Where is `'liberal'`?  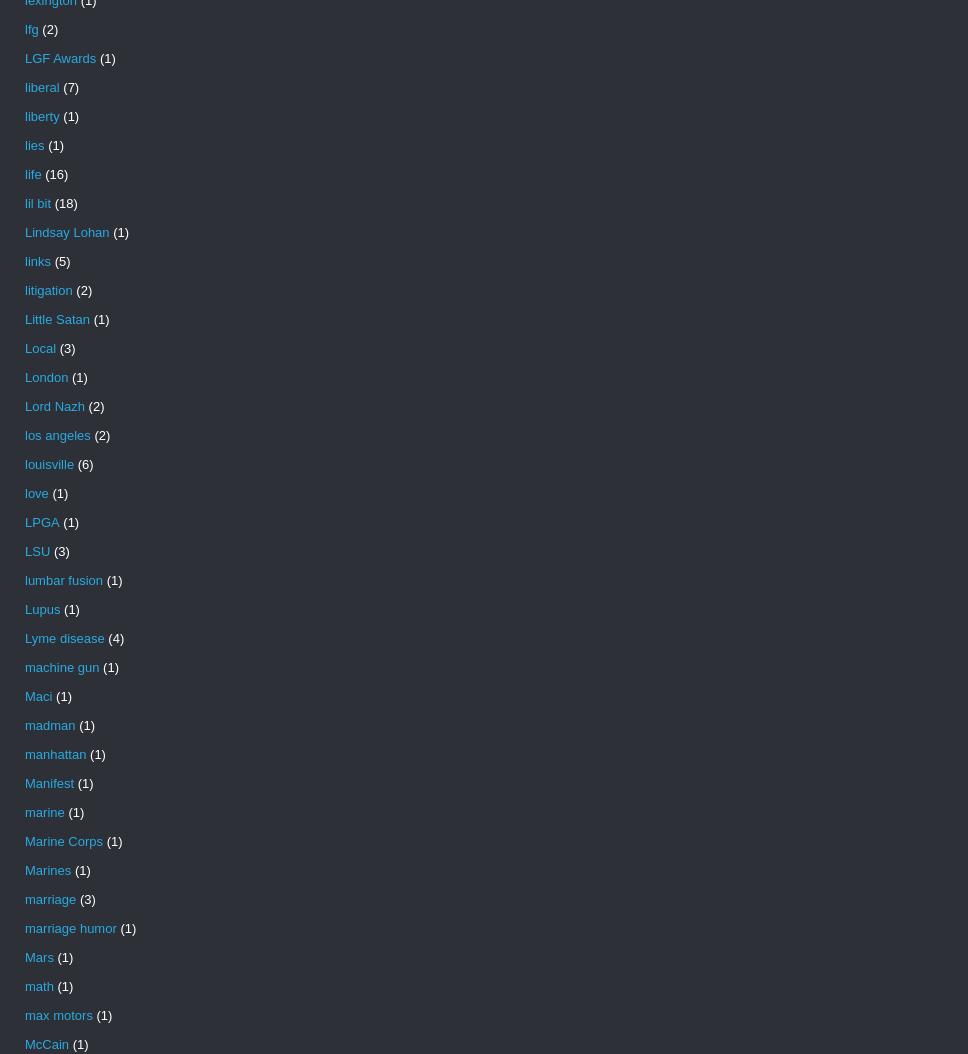
'liberal' is located at coordinates (24, 86).